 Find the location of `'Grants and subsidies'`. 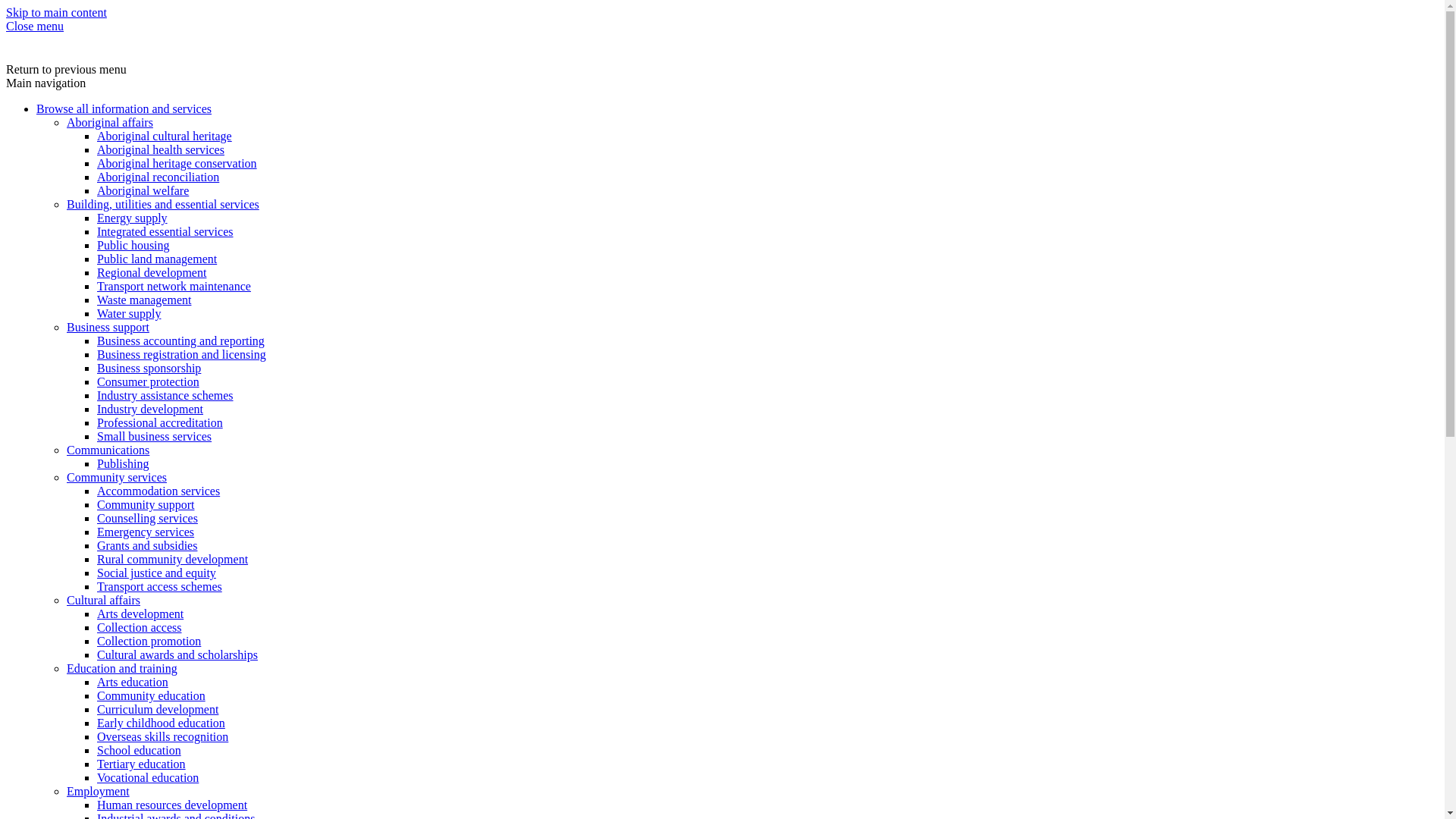

'Grants and subsidies' is located at coordinates (146, 544).